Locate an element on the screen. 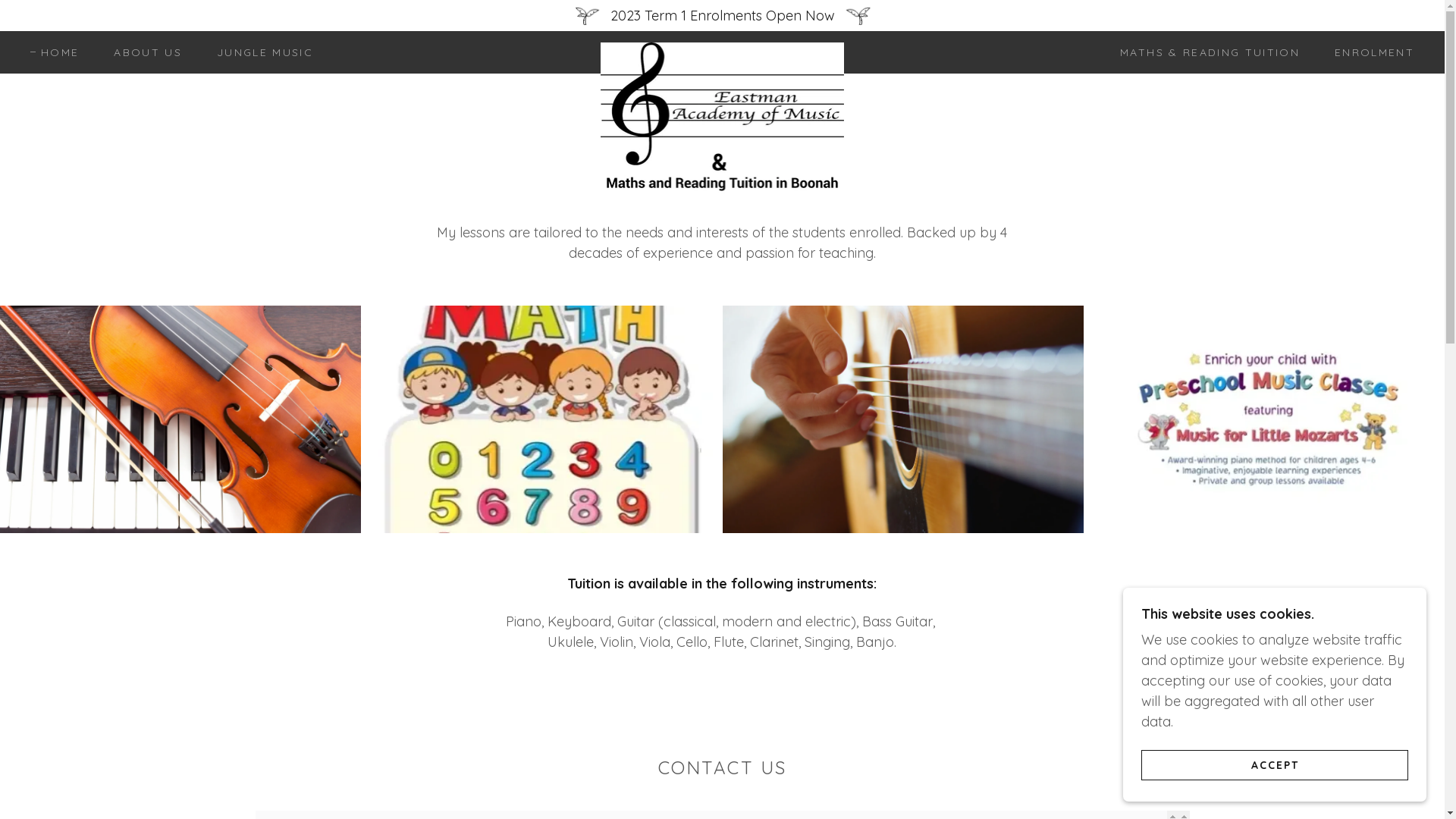 The image size is (1456, 819). 'HOME' is located at coordinates (55, 52).